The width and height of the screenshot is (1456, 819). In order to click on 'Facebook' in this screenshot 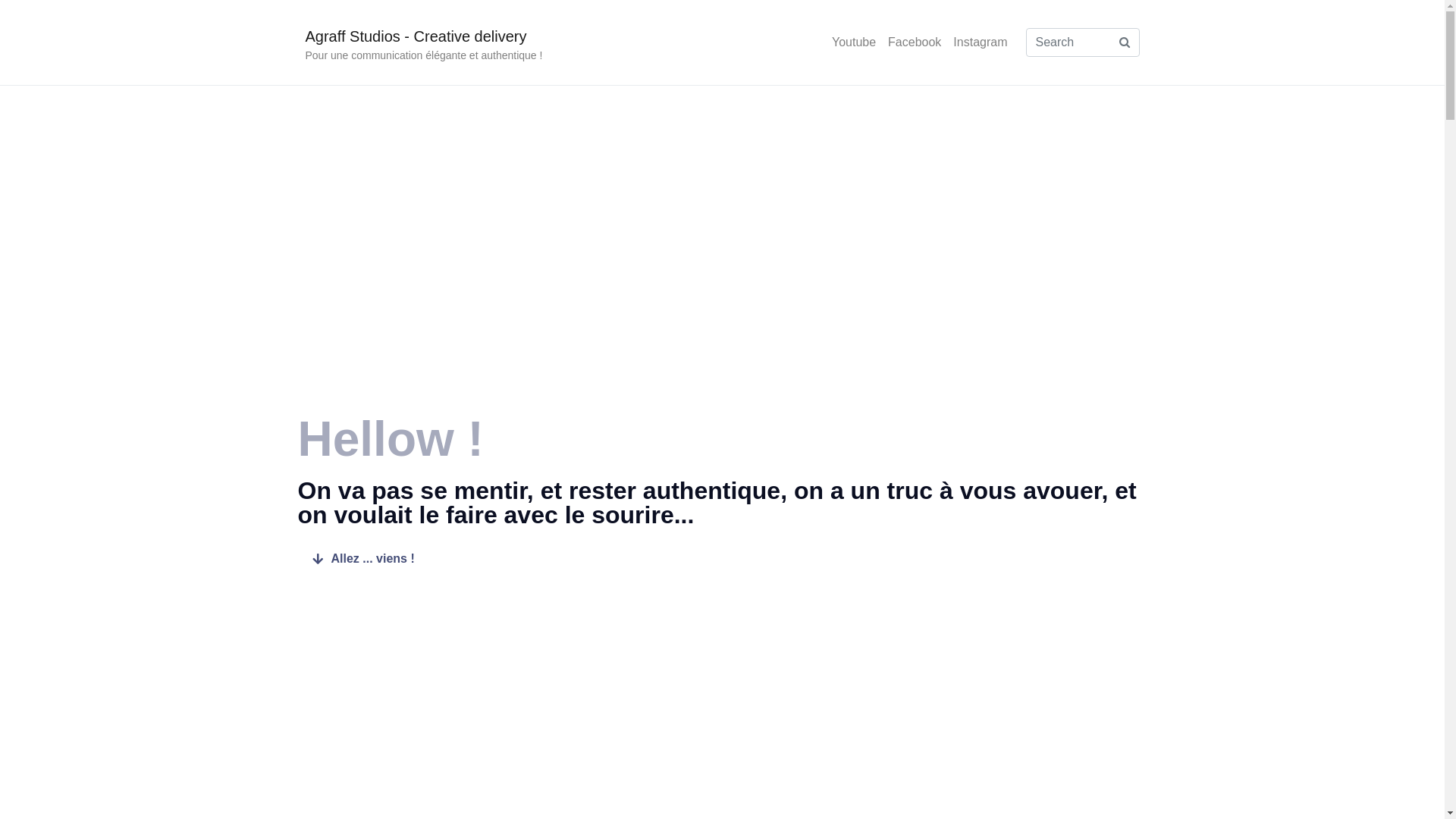, I will do `click(913, 42)`.